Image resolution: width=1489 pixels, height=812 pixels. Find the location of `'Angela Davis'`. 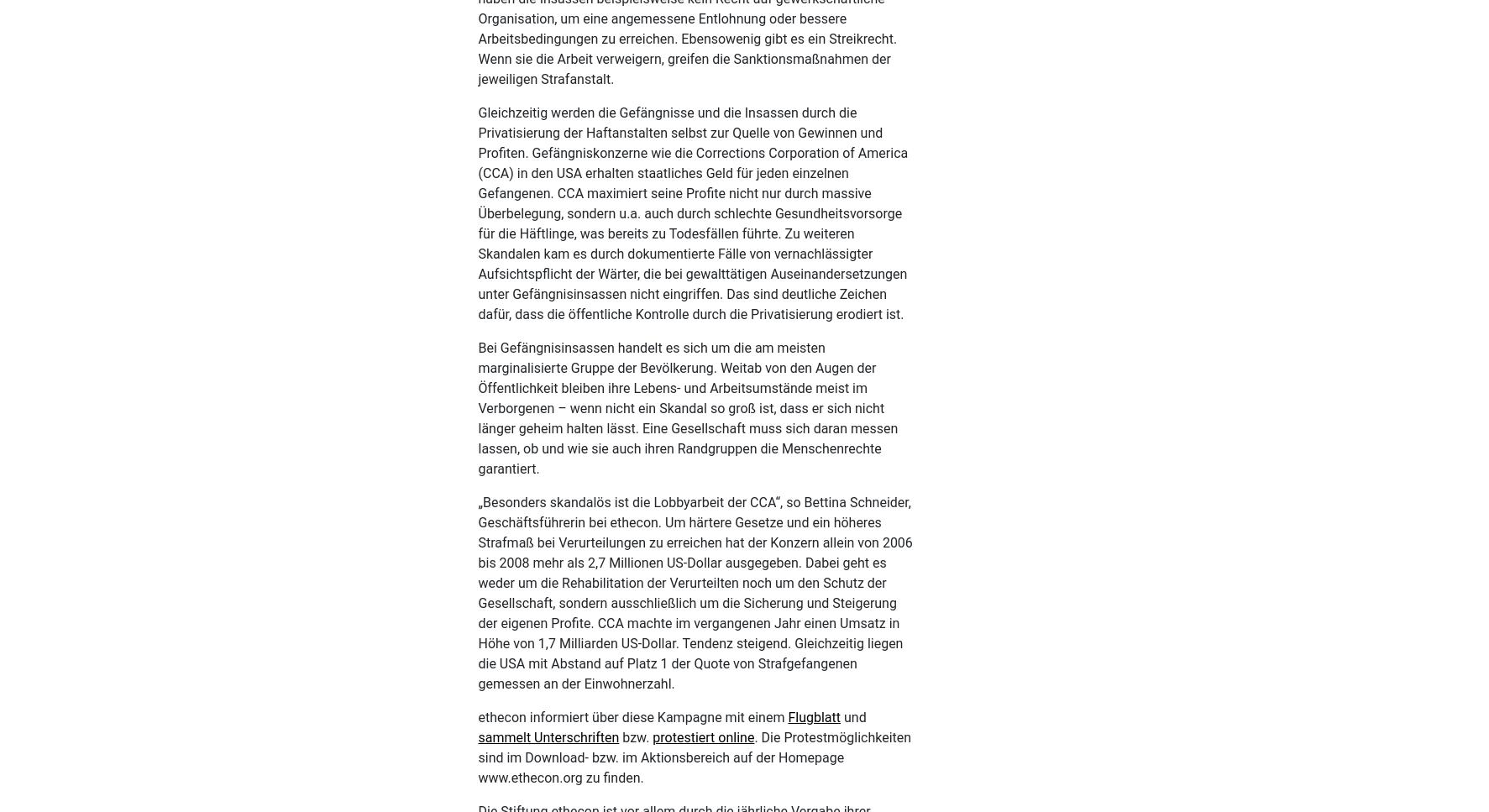

'Angela Davis' is located at coordinates (662, 168).